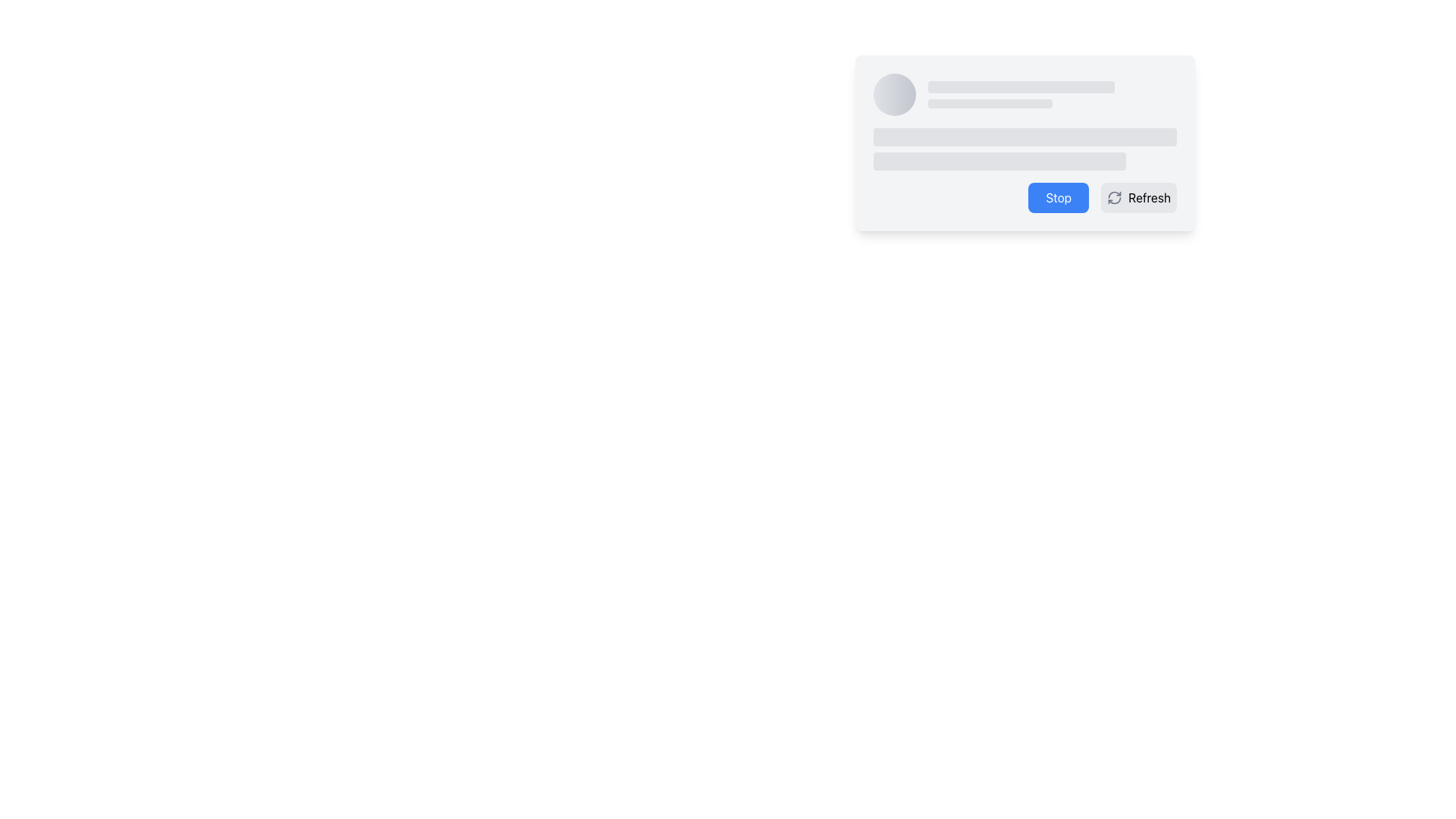  Describe the element at coordinates (1115, 197) in the screenshot. I see `the circular arrow icon of the 'Refresh' button, which is located to the left within the button and to the right of the blue 'Stop' button at the bottom right of the interface` at that location.